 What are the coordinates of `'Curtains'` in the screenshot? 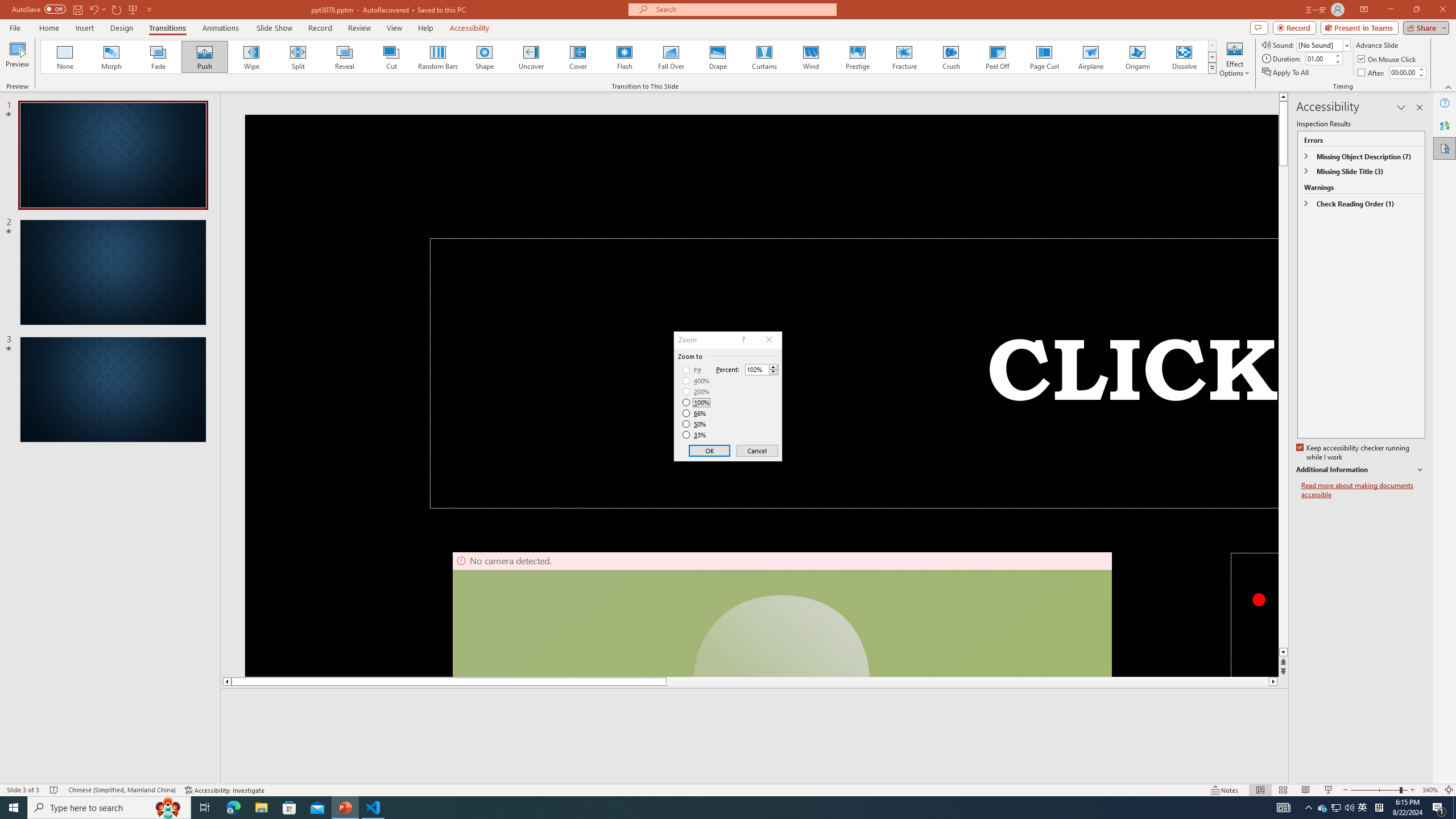 It's located at (764, 56).